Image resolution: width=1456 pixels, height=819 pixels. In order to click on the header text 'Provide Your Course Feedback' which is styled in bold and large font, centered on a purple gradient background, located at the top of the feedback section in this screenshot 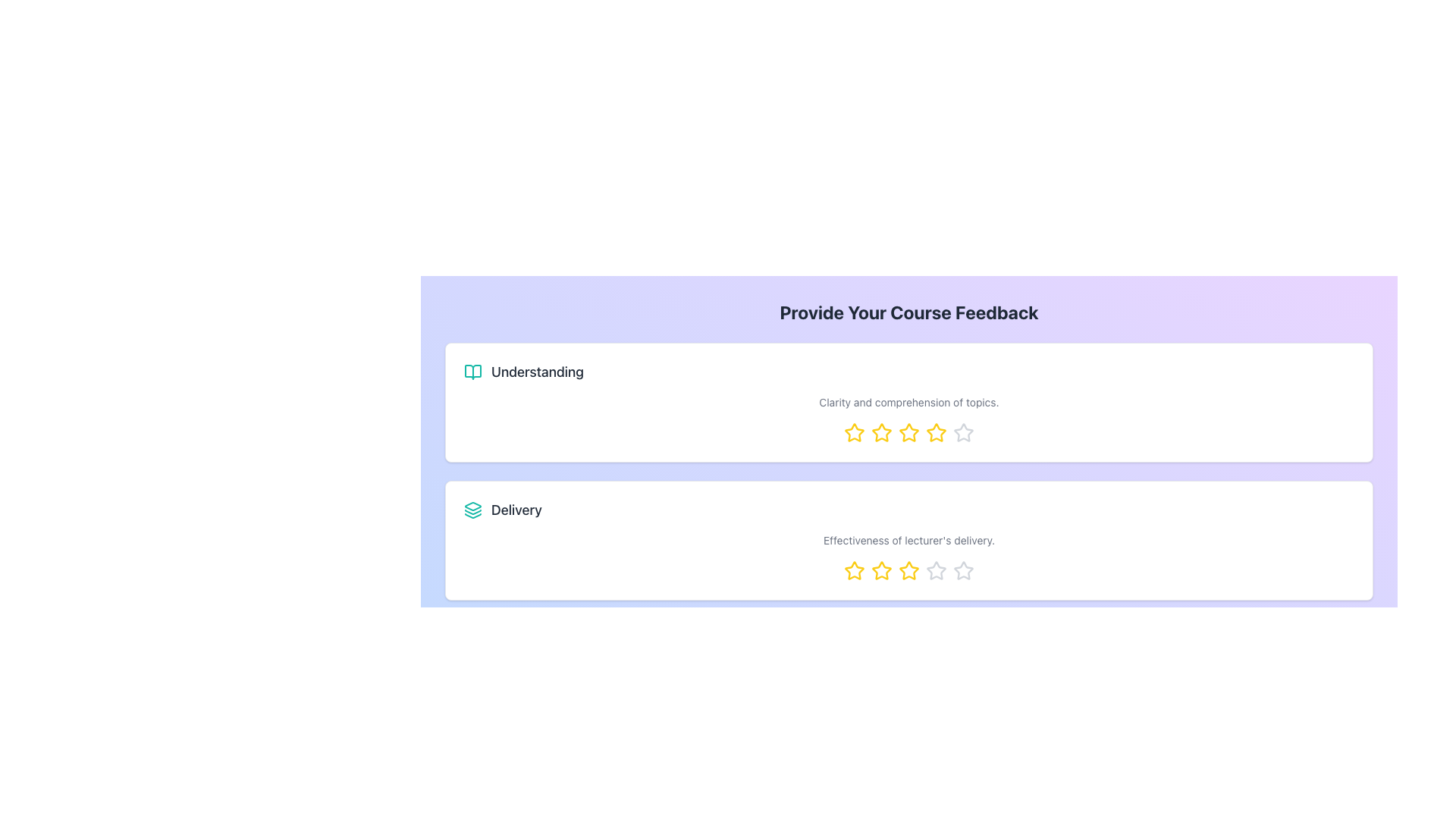, I will do `click(909, 312)`.